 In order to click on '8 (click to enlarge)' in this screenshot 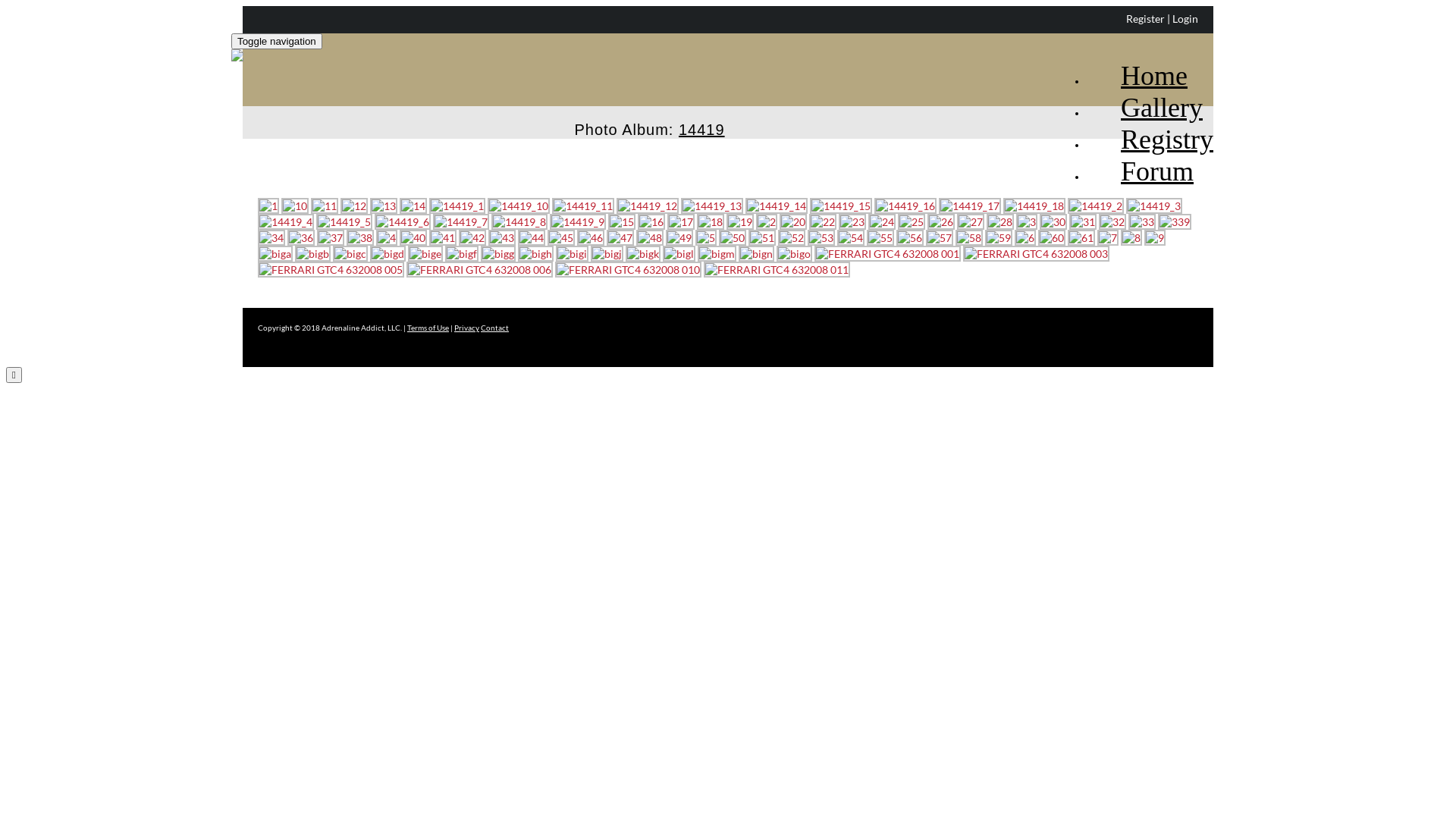, I will do `click(1131, 237)`.